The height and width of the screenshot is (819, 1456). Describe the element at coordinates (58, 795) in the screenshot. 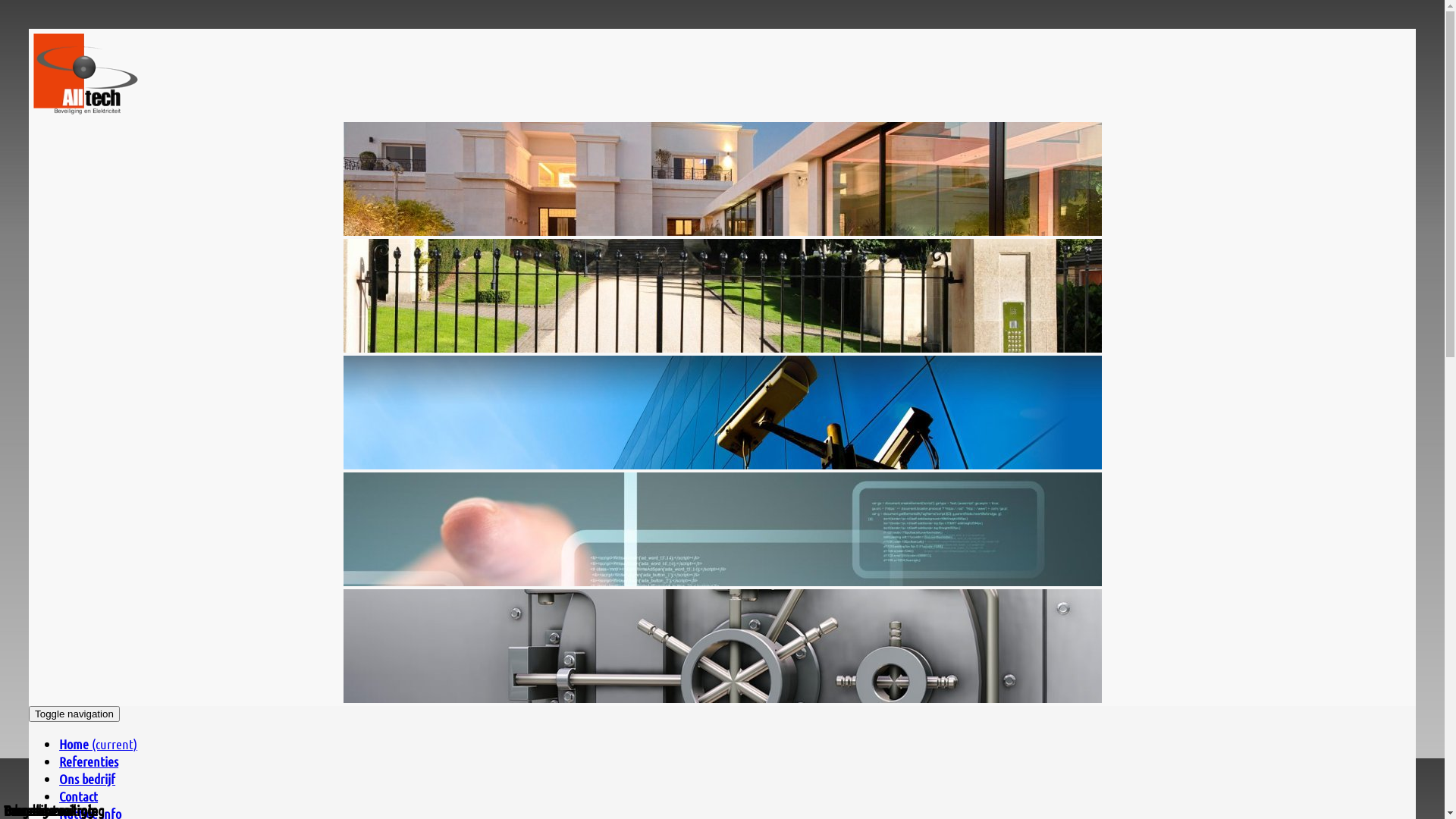

I see `'Contact'` at that location.